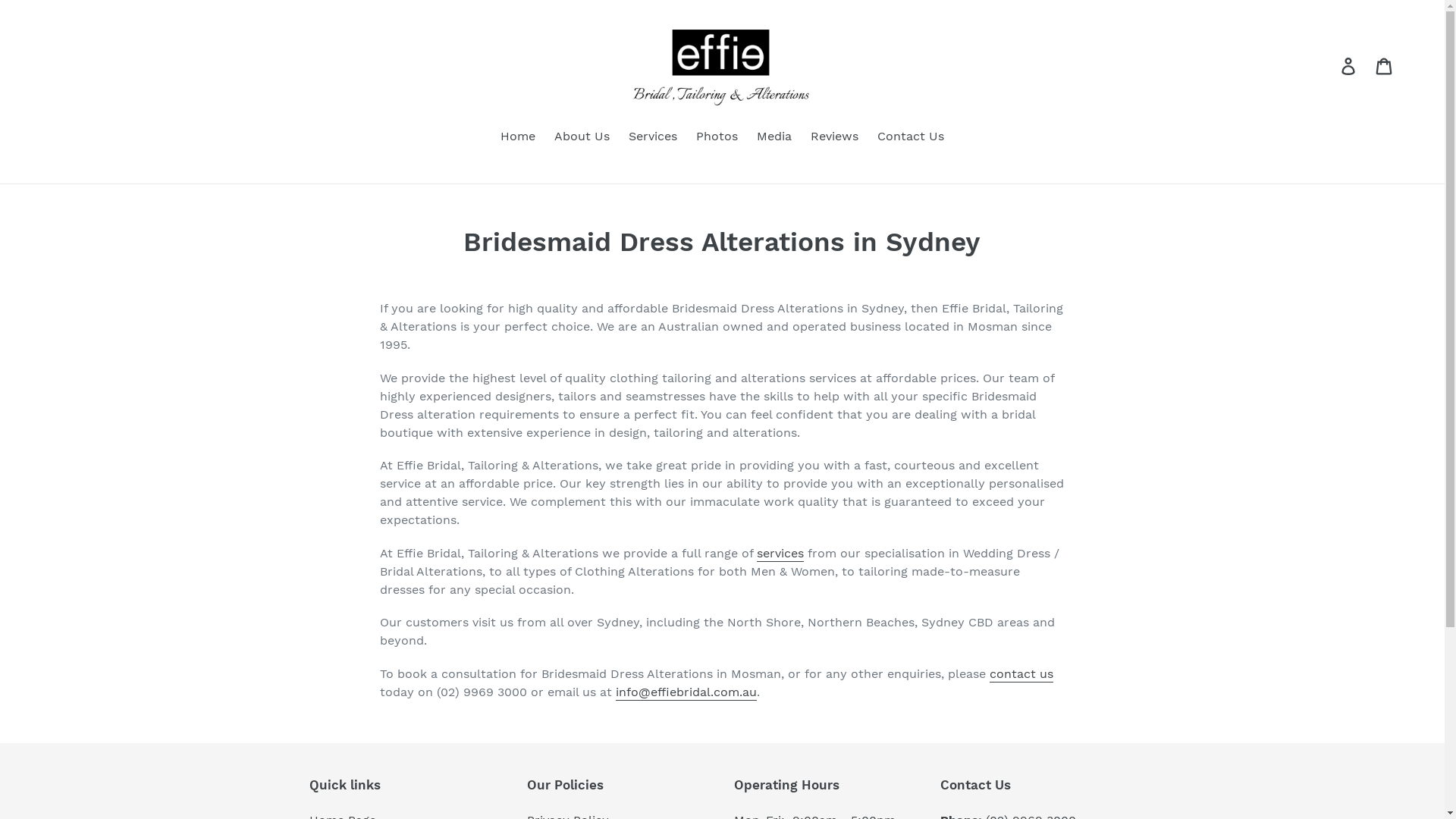  Describe the element at coordinates (1021, 673) in the screenshot. I see `'contact us'` at that location.